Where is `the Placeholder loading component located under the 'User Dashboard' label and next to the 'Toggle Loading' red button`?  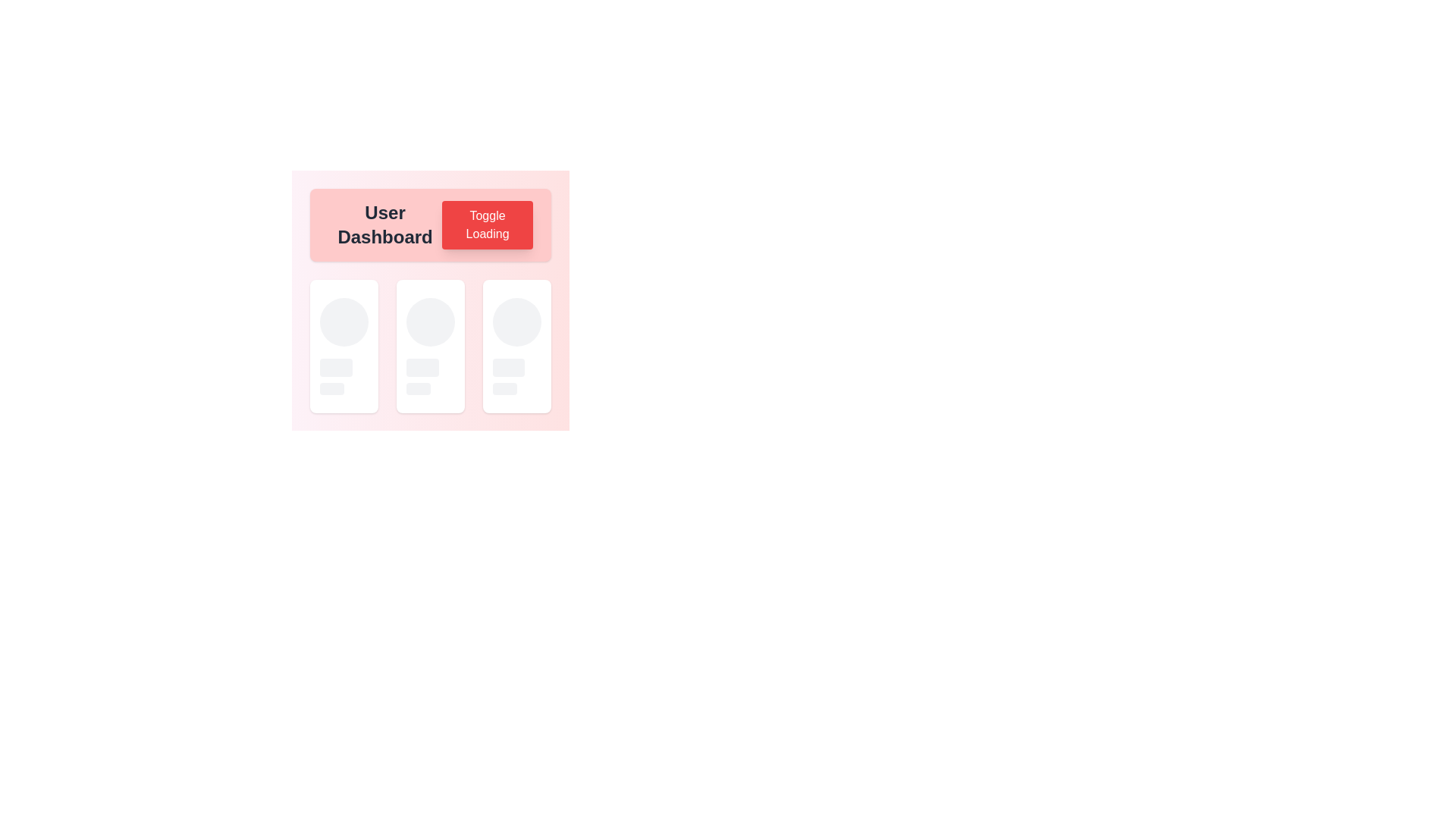 the Placeholder loading component located under the 'User Dashboard' label and next to the 'Toggle Loading' red button is located at coordinates (344, 346).